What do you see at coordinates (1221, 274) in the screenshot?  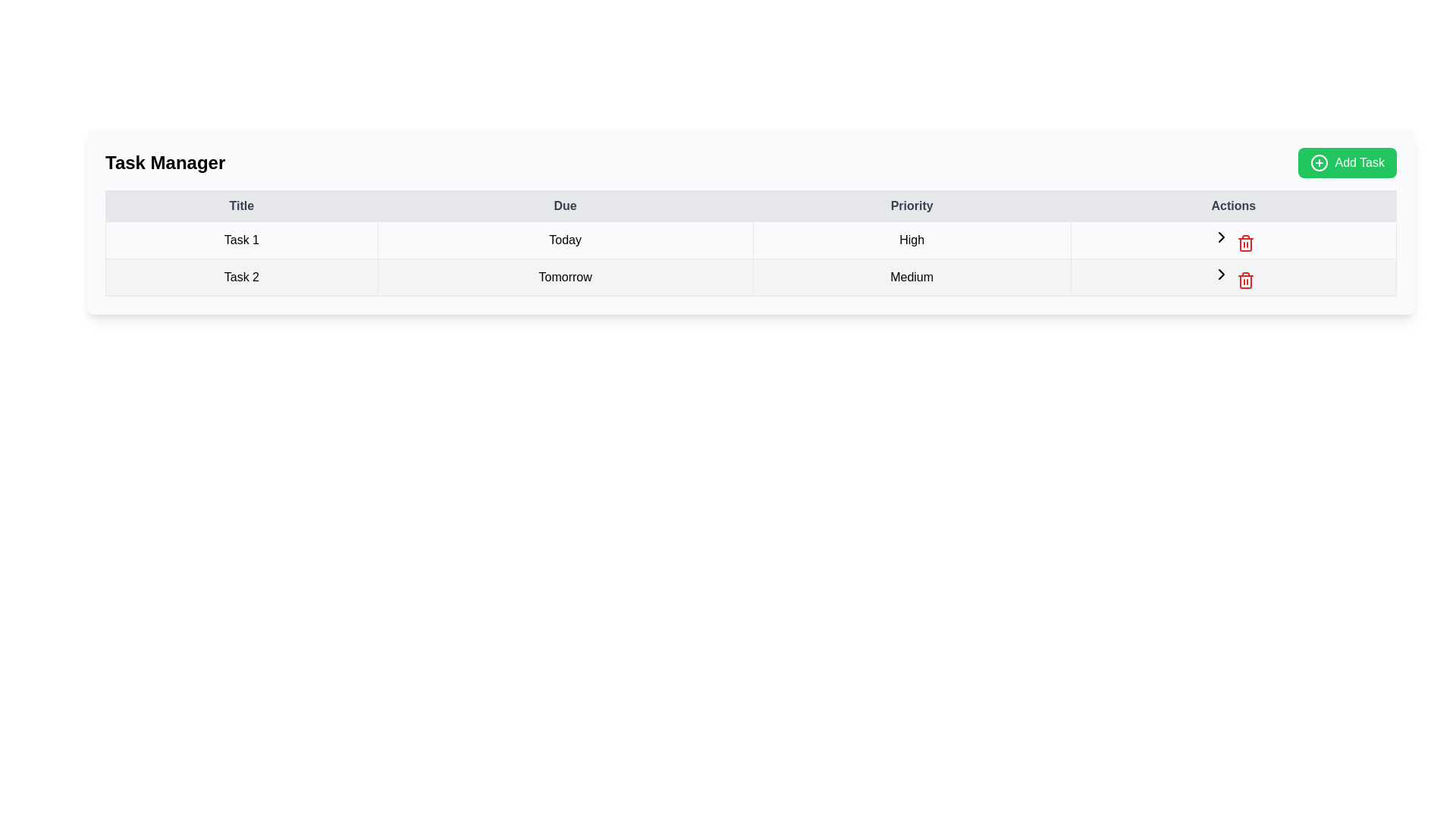 I see `the right-facing chevron icon in the 'Actions' column of the second row in the 'Task Manager' table` at bounding box center [1221, 274].